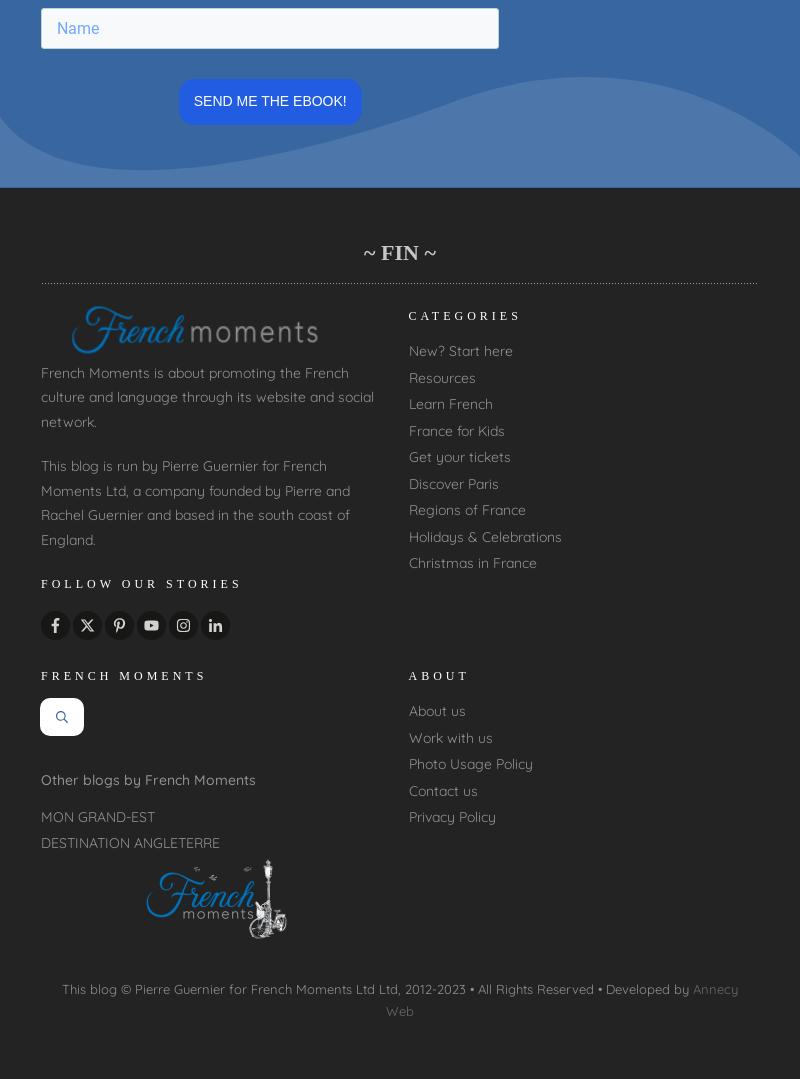 This screenshot has width=800, height=1079. Describe the element at coordinates (452, 481) in the screenshot. I see `'Discover Paris'` at that location.